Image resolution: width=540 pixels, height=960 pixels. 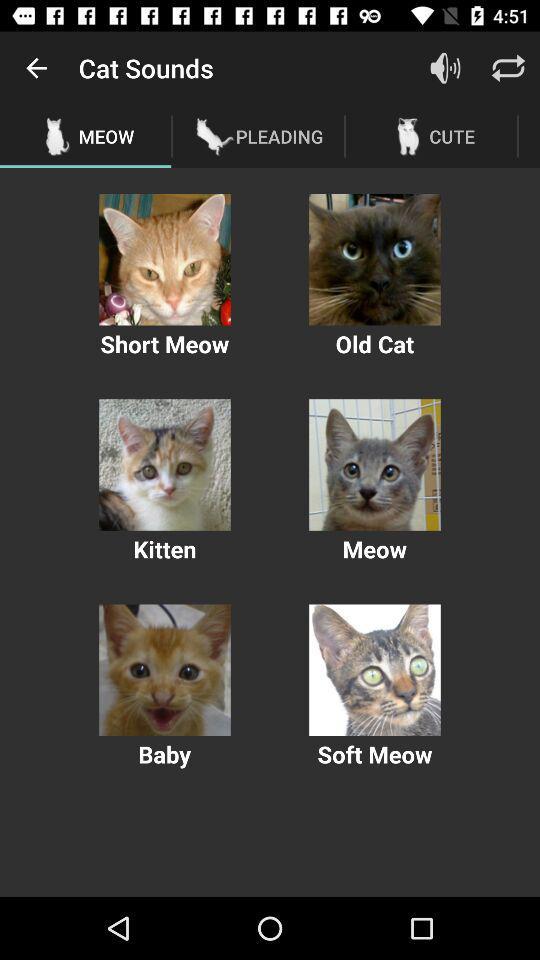 I want to click on press for short meow, so click(x=164, y=258).